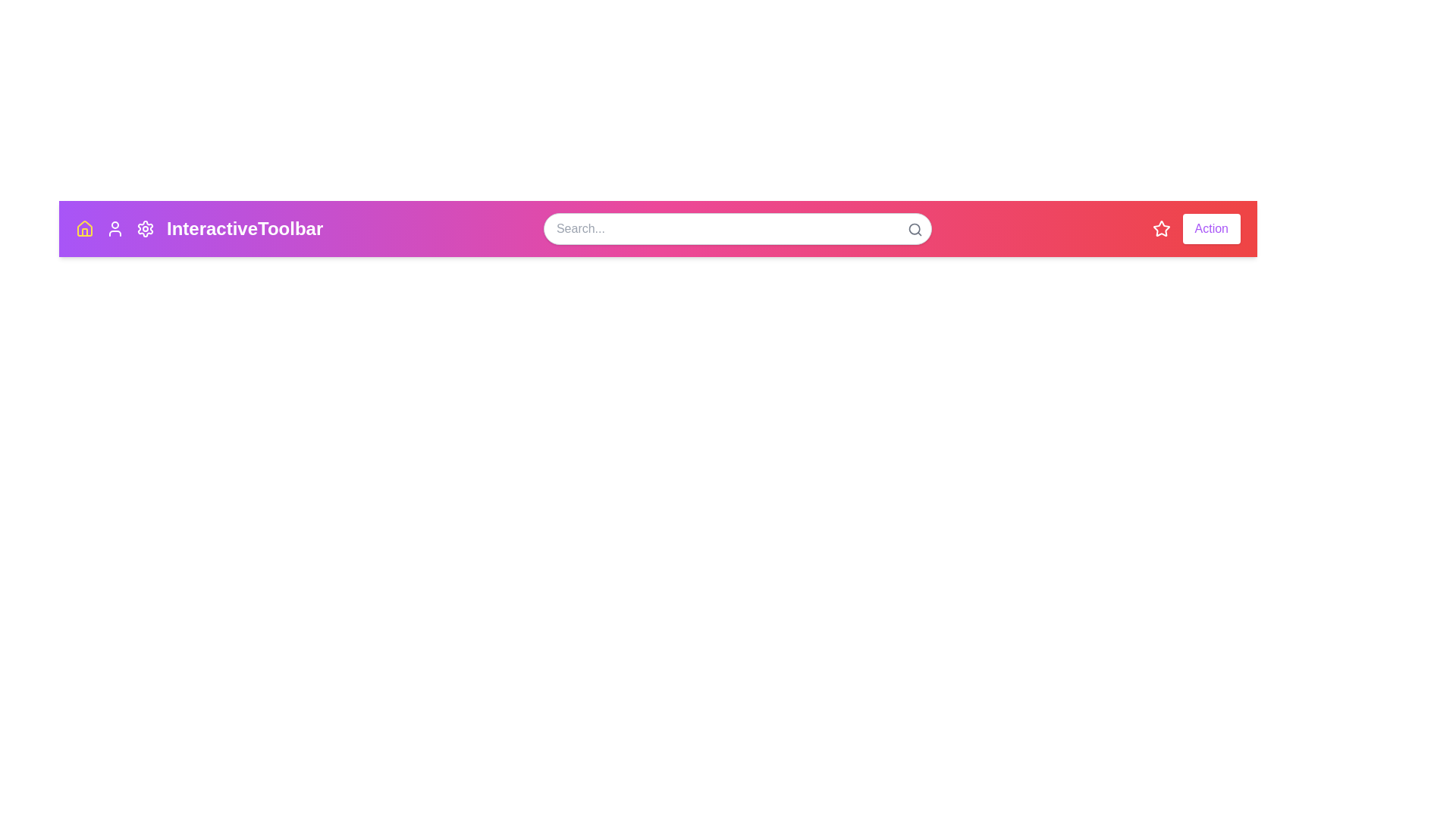 This screenshot has width=1456, height=819. I want to click on the User icon to switch the active tab, so click(115, 228).